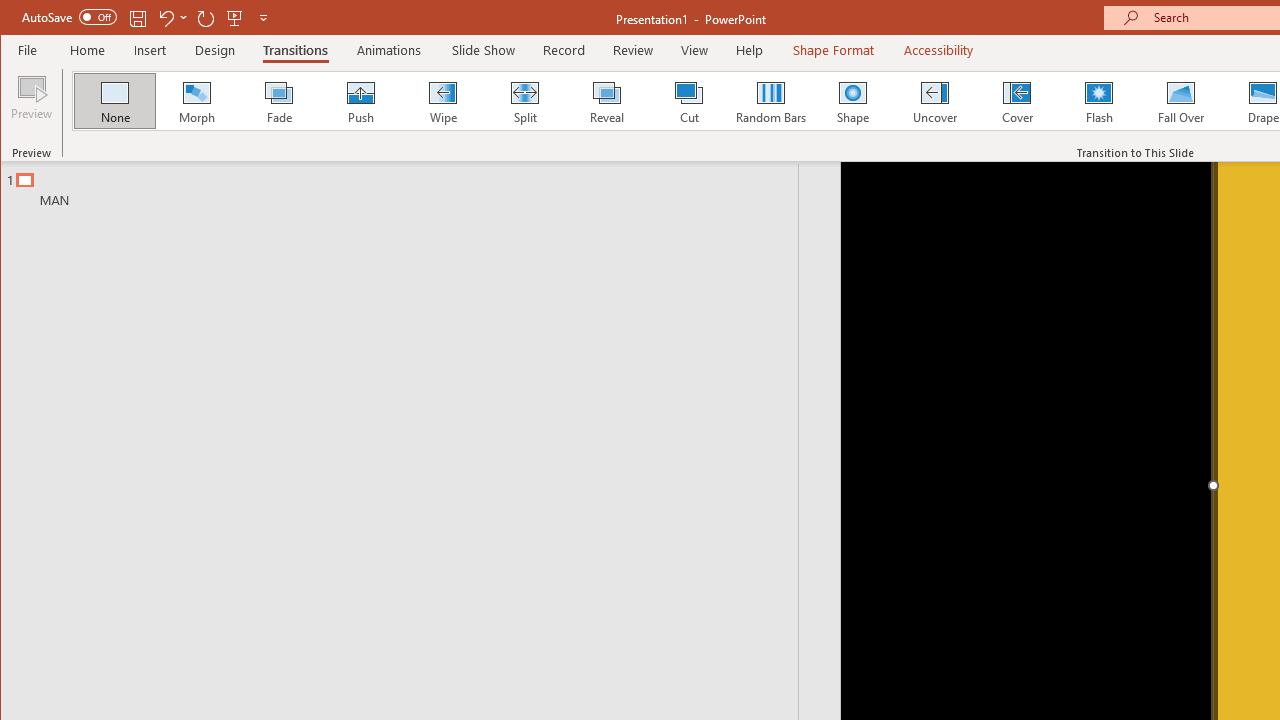 This screenshot has height=720, width=1280. Describe the element at coordinates (562, 49) in the screenshot. I see `'Record'` at that location.